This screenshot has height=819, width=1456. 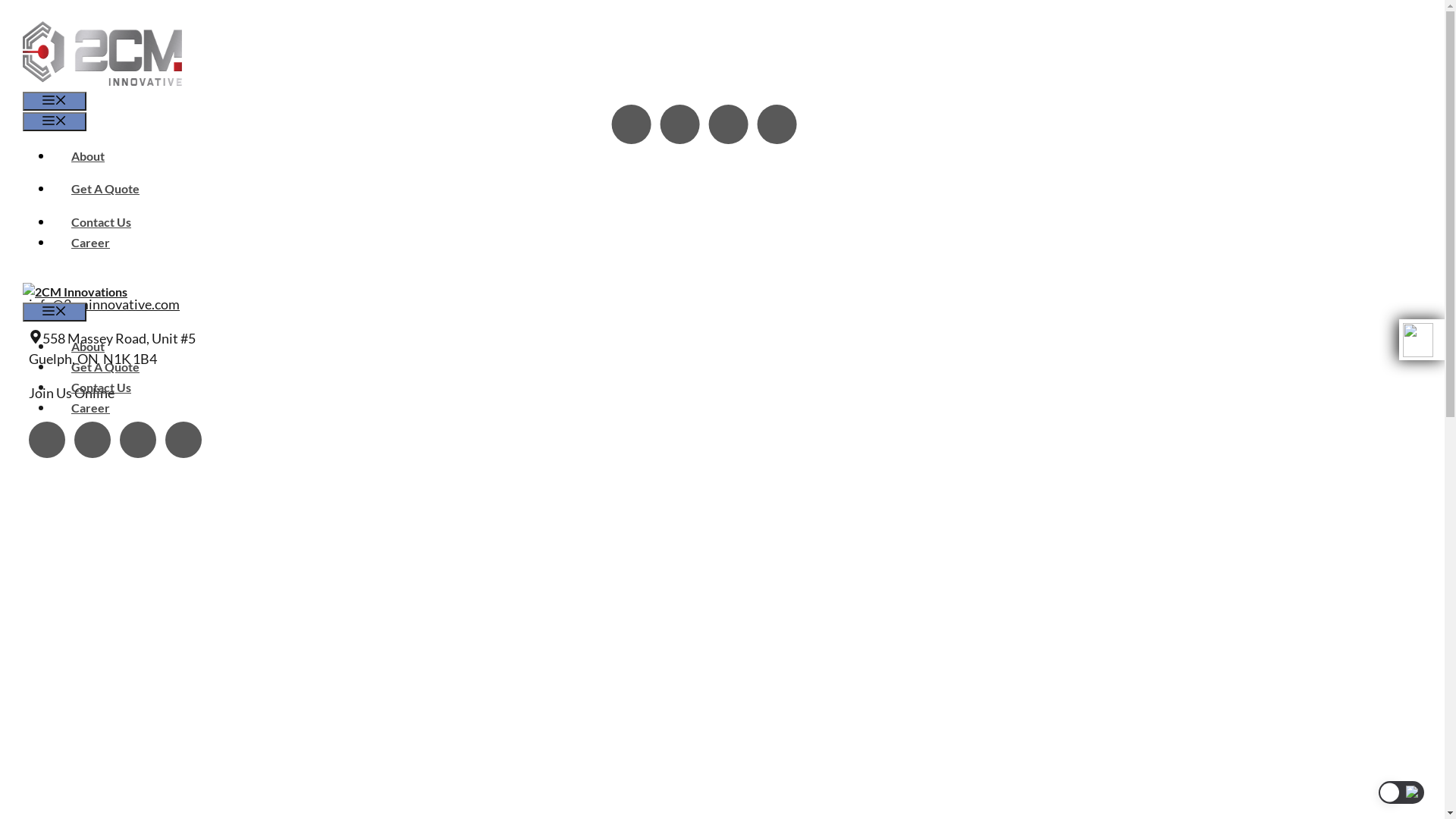 I want to click on 'request a quotation today', so click(x=651, y=201).